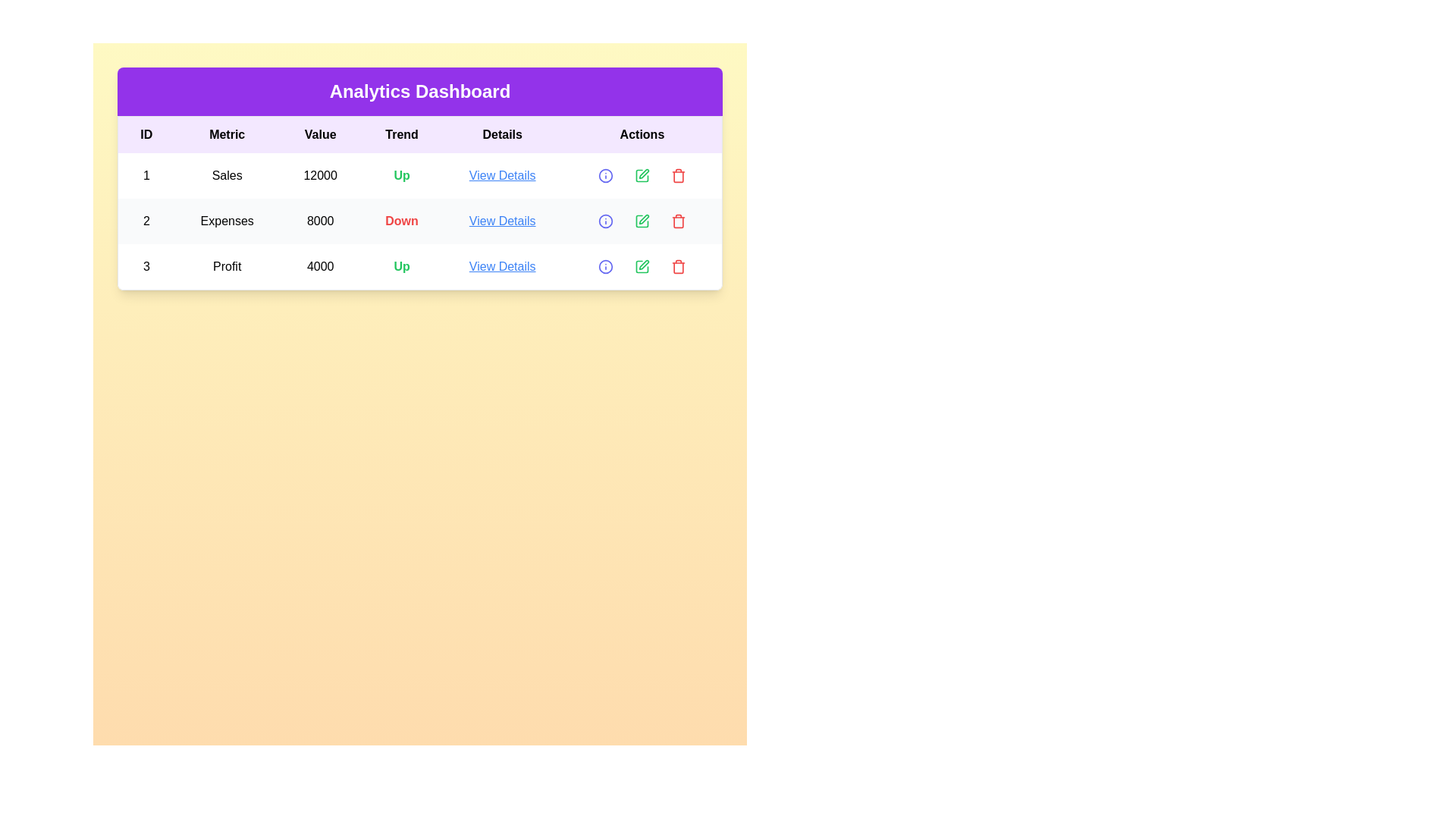  I want to click on the edit button in the 'Actions' column of the third row for the 'Profit' metric, so click(642, 265).